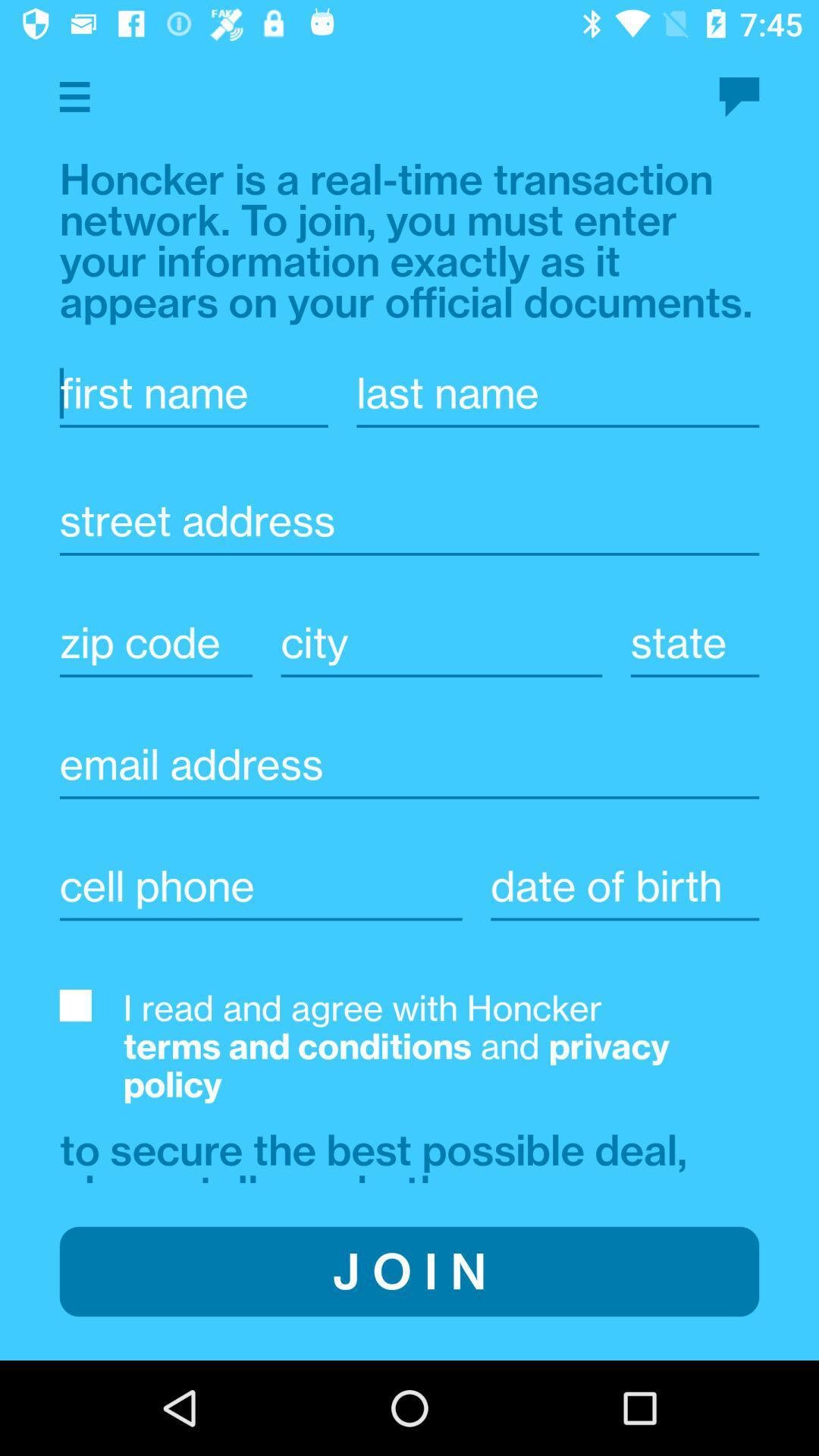 Image resolution: width=819 pixels, height=1456 pixels. What do you see at coordinates (75, 1005) in the screenshot?
I see `agree to terms and conditions` at bounding box center [75, 1005].